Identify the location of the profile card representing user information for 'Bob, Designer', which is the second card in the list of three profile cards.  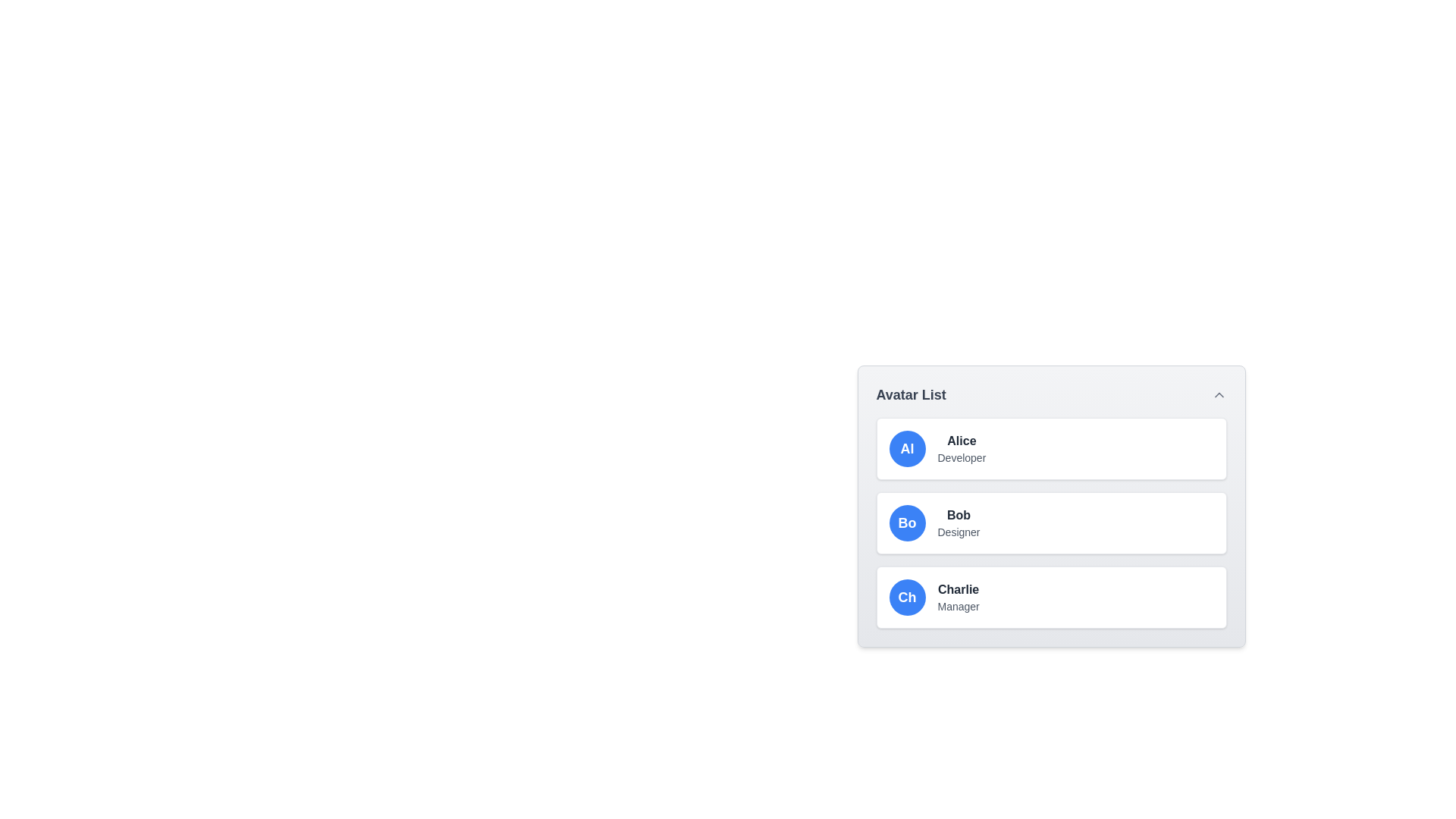
(1050, 522).